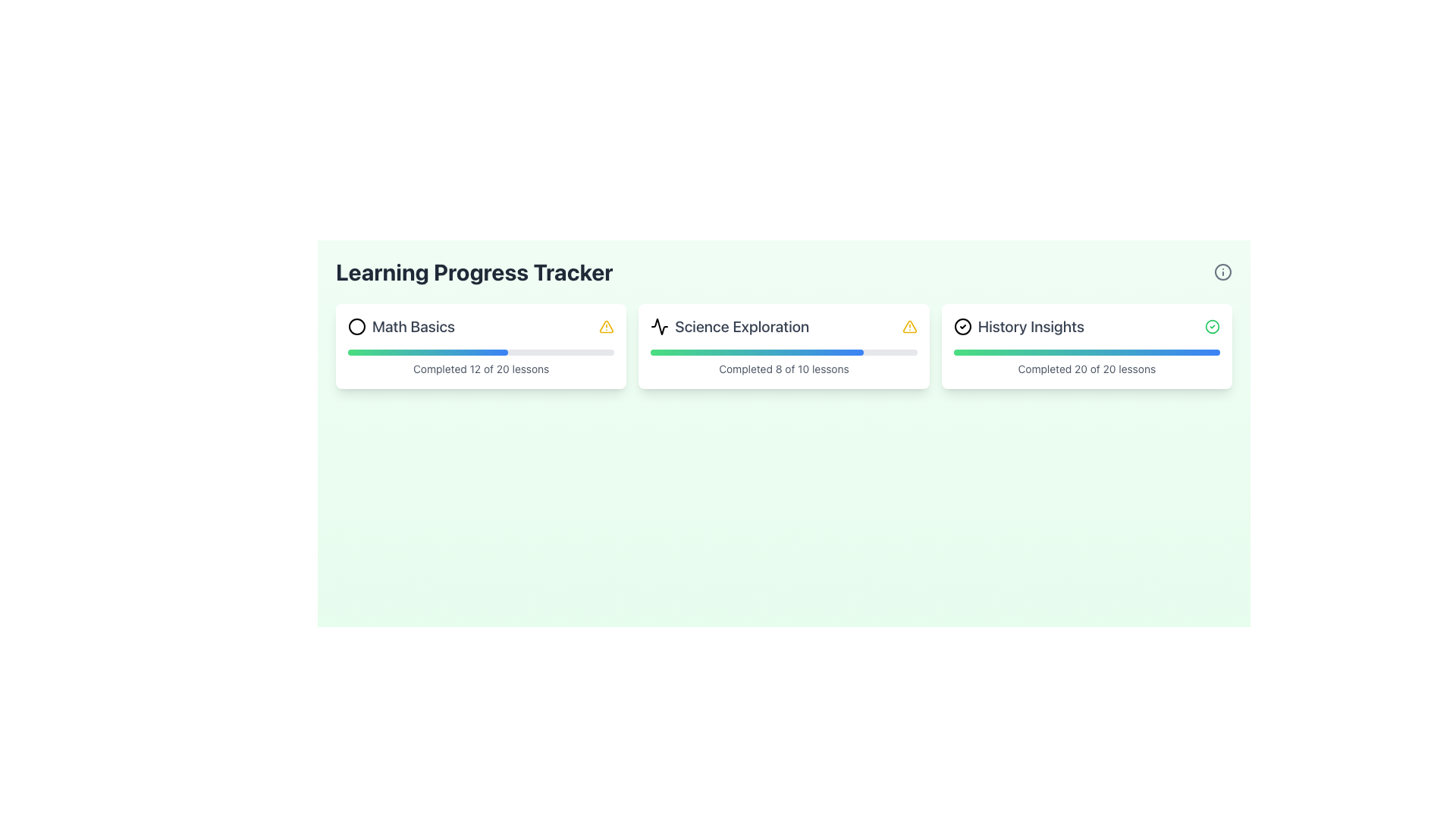 Image resolution: width=1456 pixels, height=819 pixels. Describe the element at coordinates (480, 353) in the screenshot. I see `the horizontal progress bar with a smooth gradient color from green to blue, located below the title 'Math Basics' and above the text 'Completed 12 of 20 lessons'` at that location.